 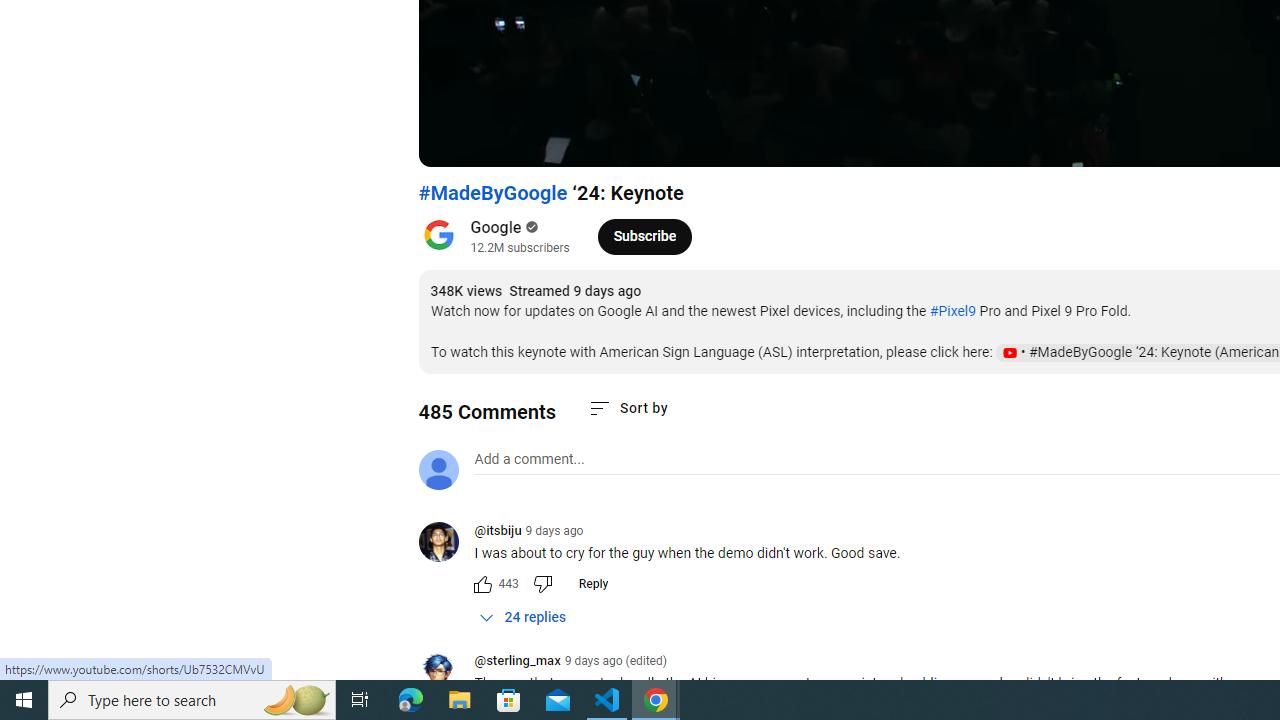 I want to click on '9 days ago', so click(x=554, y=530).